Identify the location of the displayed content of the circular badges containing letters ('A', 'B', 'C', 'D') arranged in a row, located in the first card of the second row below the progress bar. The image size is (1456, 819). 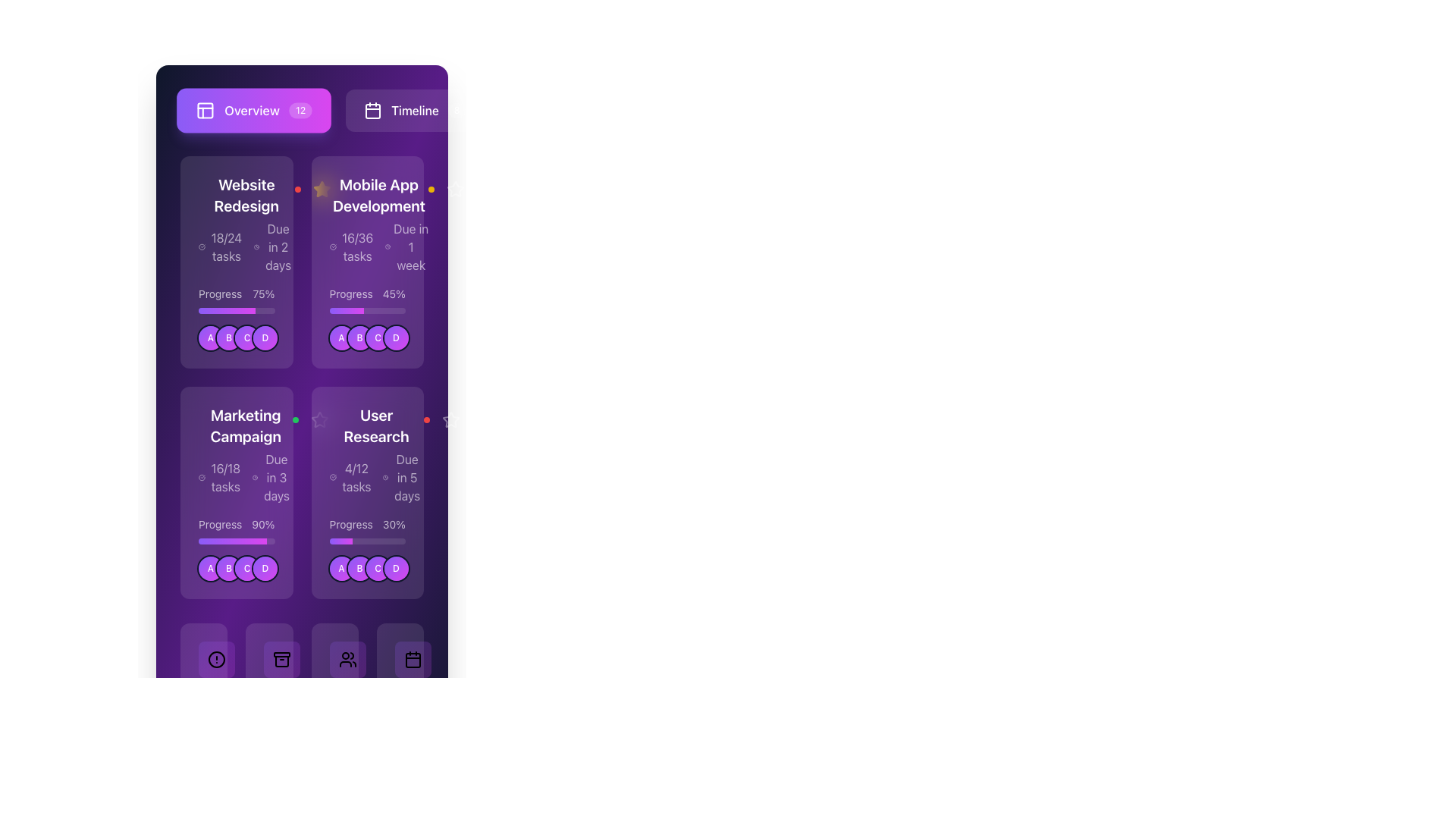
(237, 337).